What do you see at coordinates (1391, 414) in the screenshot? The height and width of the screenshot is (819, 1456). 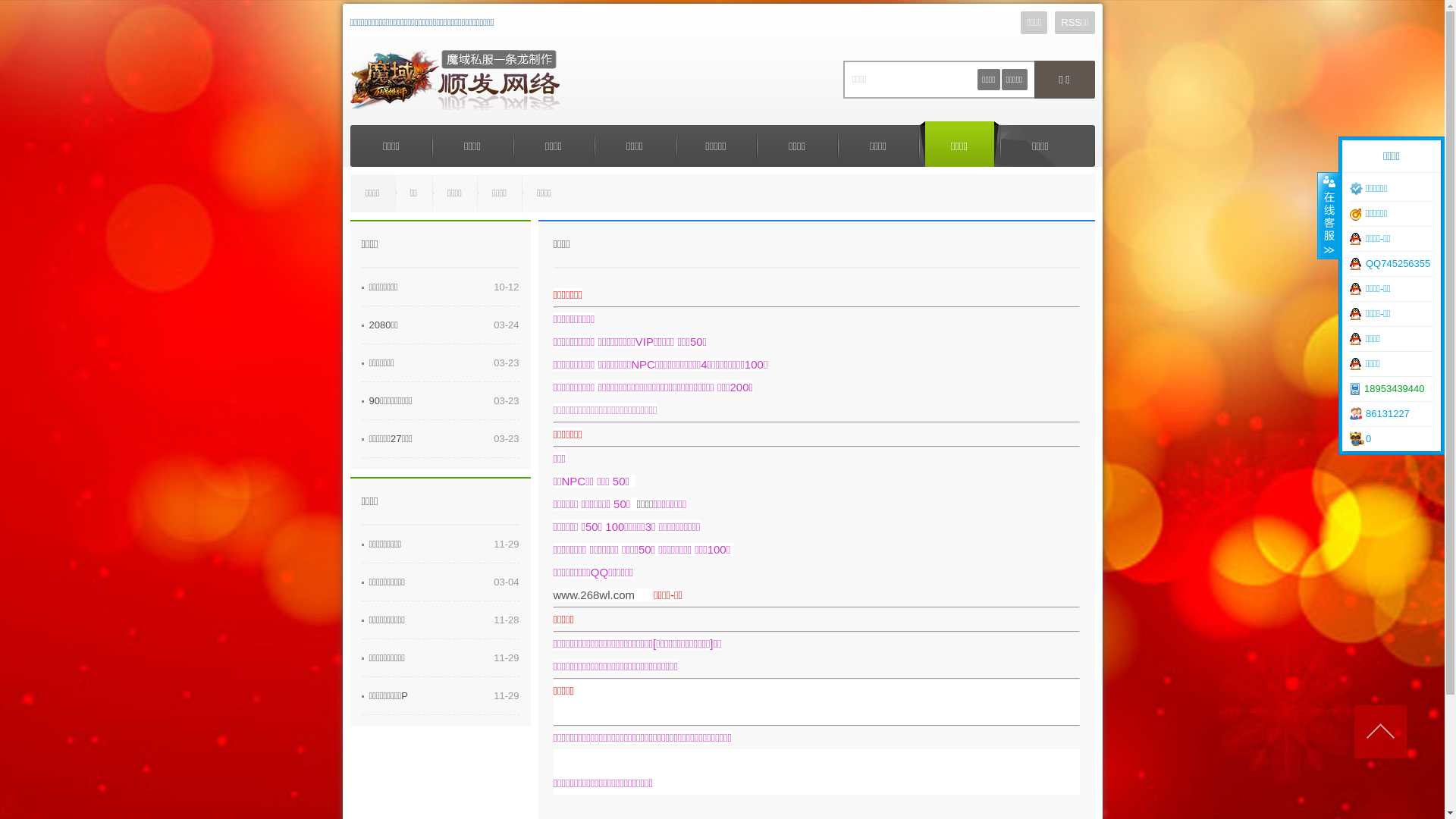 I see `'86131227'` at bounding box center [1391, 414].